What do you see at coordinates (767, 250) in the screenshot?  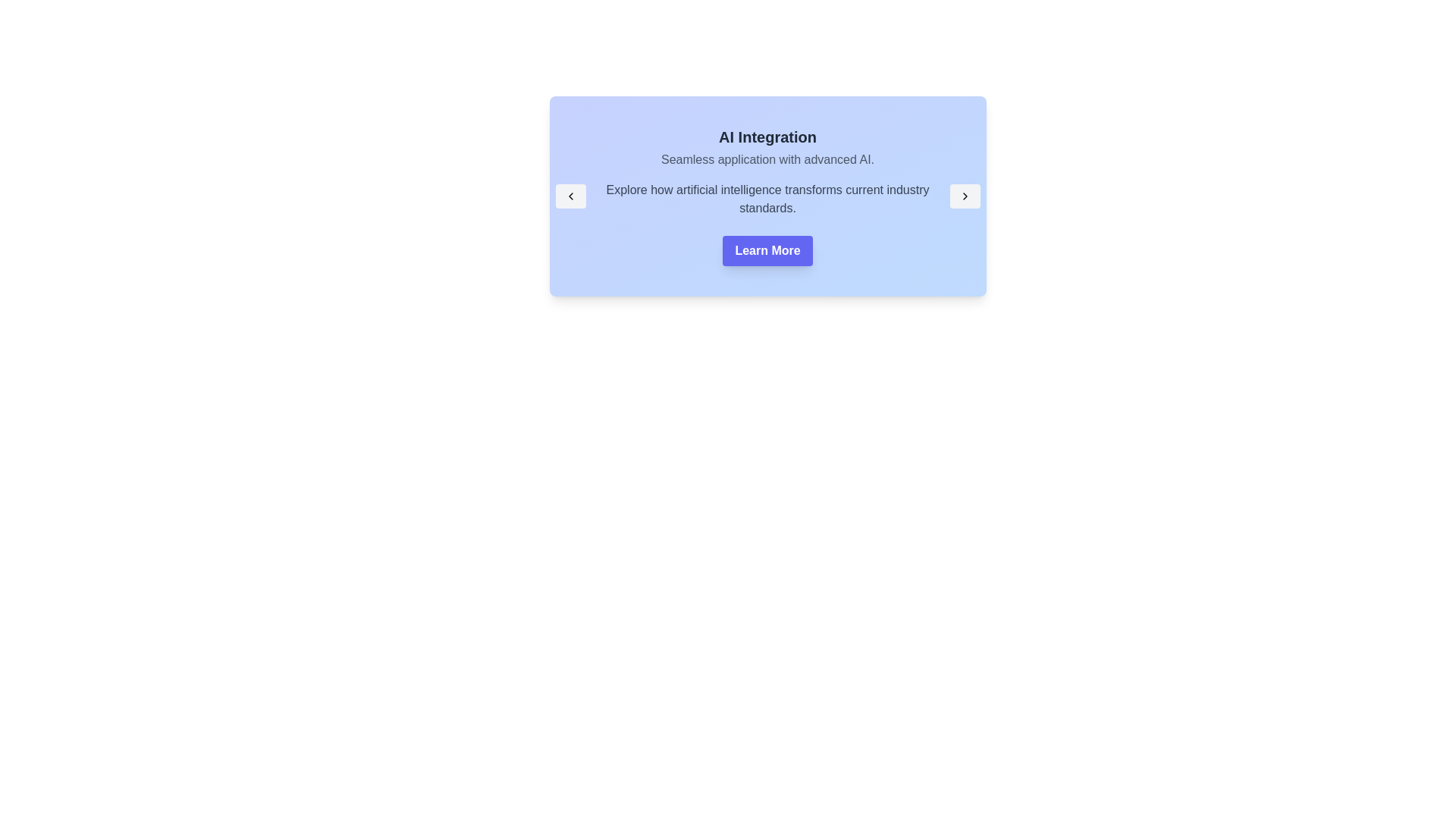 I see `the 'Learn More' button, which is a purple rectangular button with rounded edges and bold white text, to observe the hover effect` at bounding box center [767, 250].